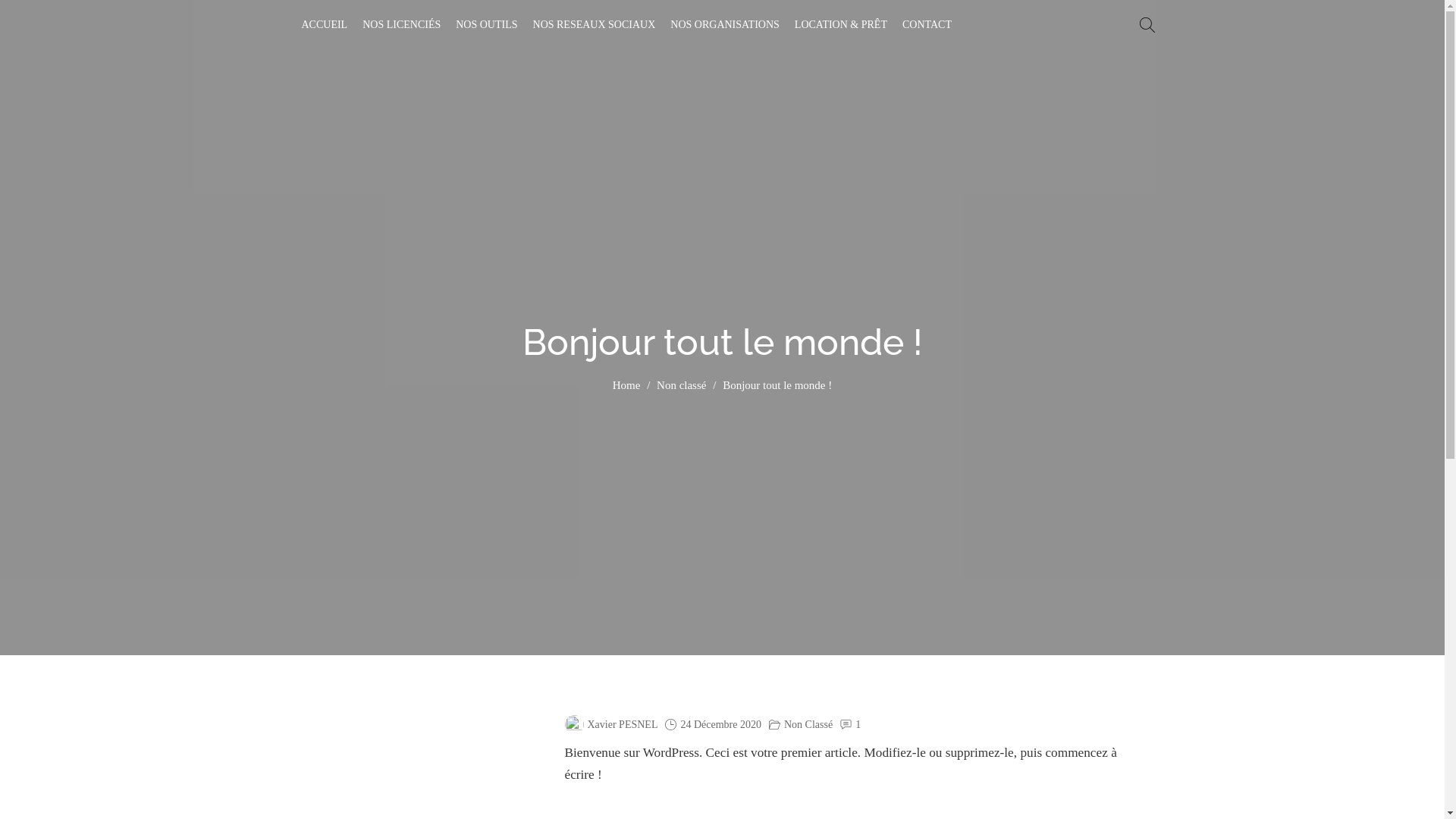 The image size is (1456, 819). I want to click on 'NOS ORGANISATIONS', so click(723, 25).